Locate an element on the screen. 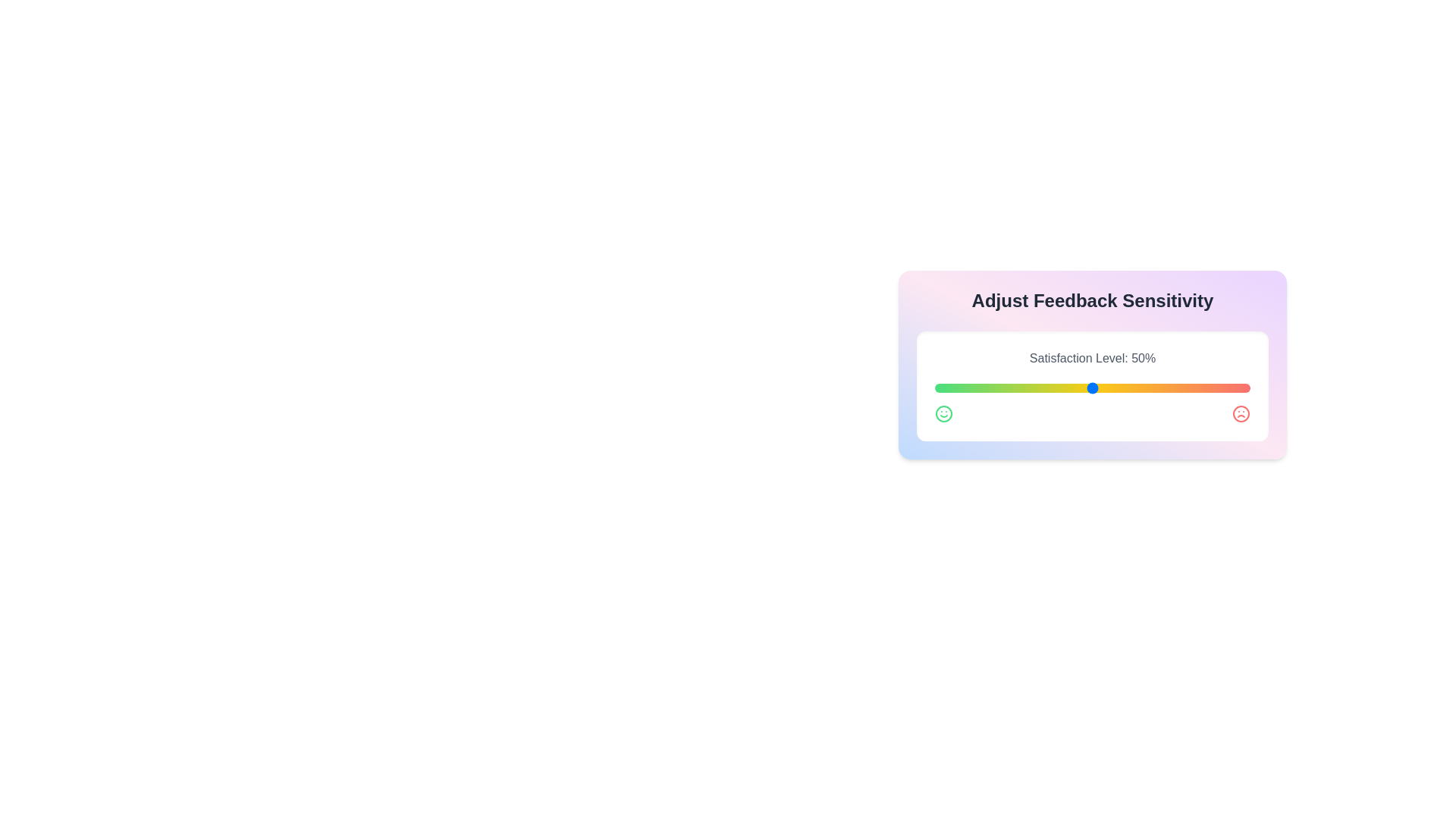 The height and width of the screenshot is (819, 1456). the satisfaction level slider to 99% is located at coordinates (1247, 388).